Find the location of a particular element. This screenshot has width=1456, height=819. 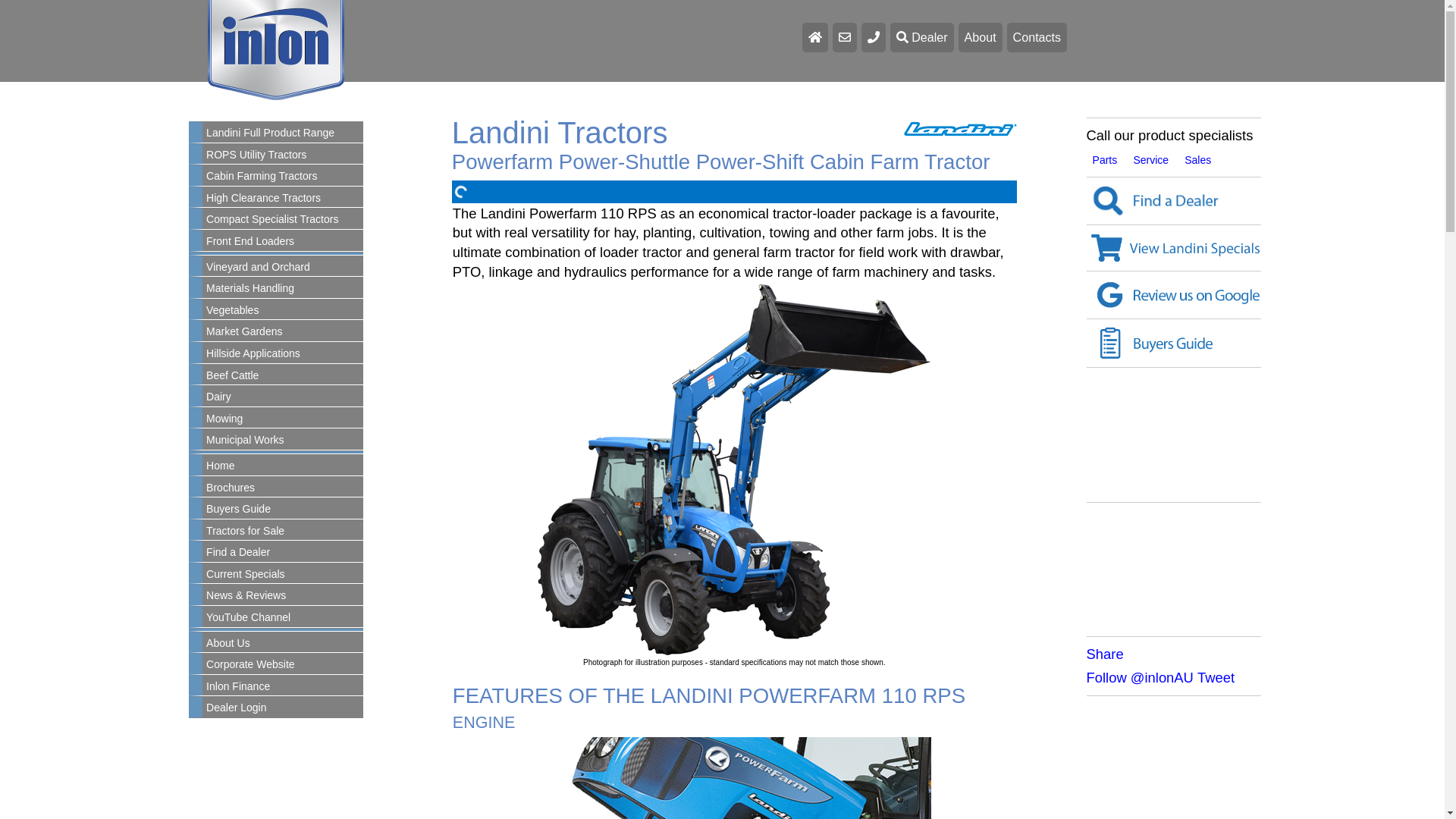

'Landini Full Product Range' is located at coordinates (283, 133).